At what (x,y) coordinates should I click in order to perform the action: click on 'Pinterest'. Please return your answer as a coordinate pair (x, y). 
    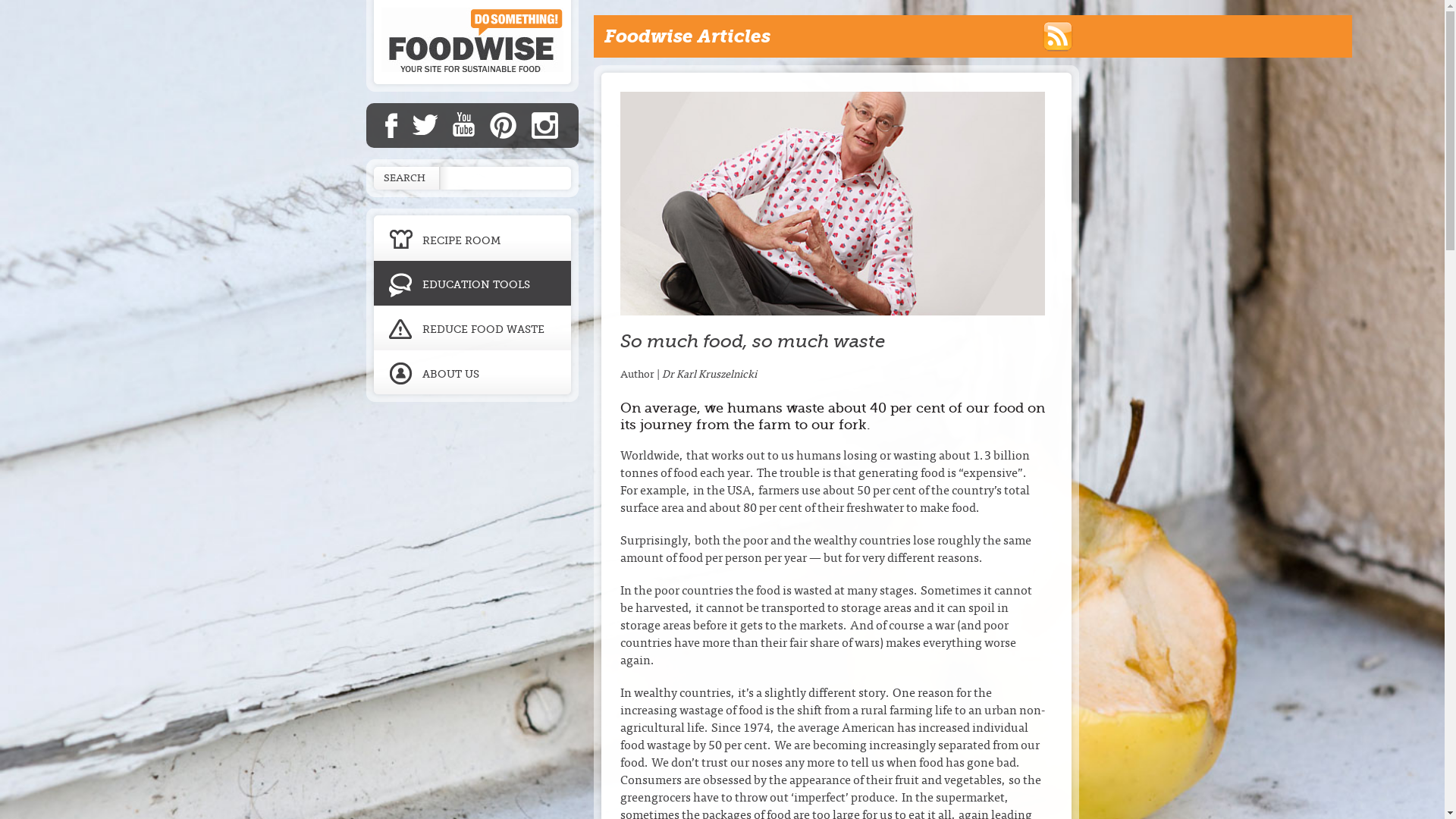
    Looking at the image, I should click on (503, 124).